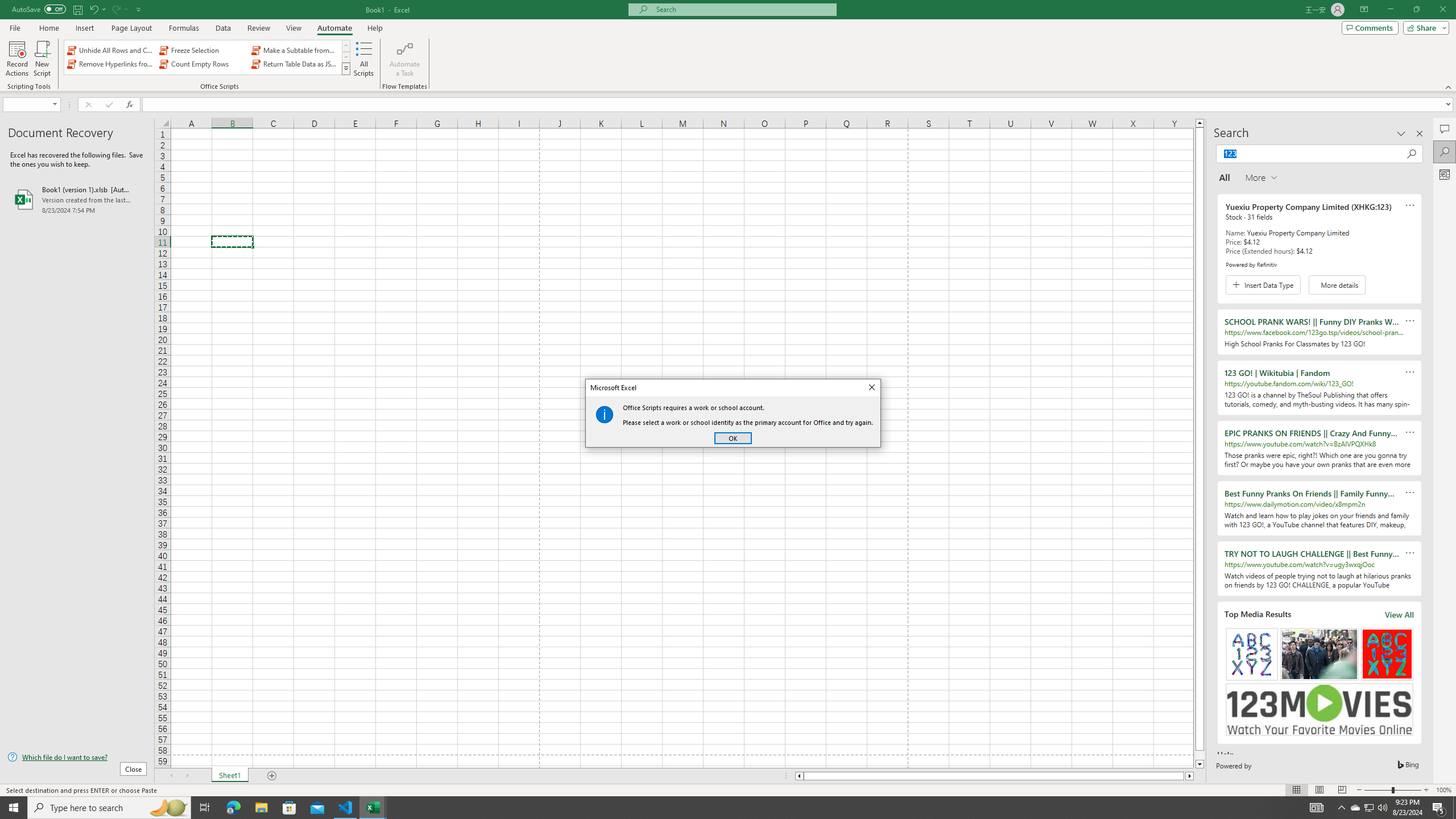 This screenshot has width=1456, height=819. Describe the element at coordinates (1189, 775) in the screenshot. I see `'Column right'` at that location.